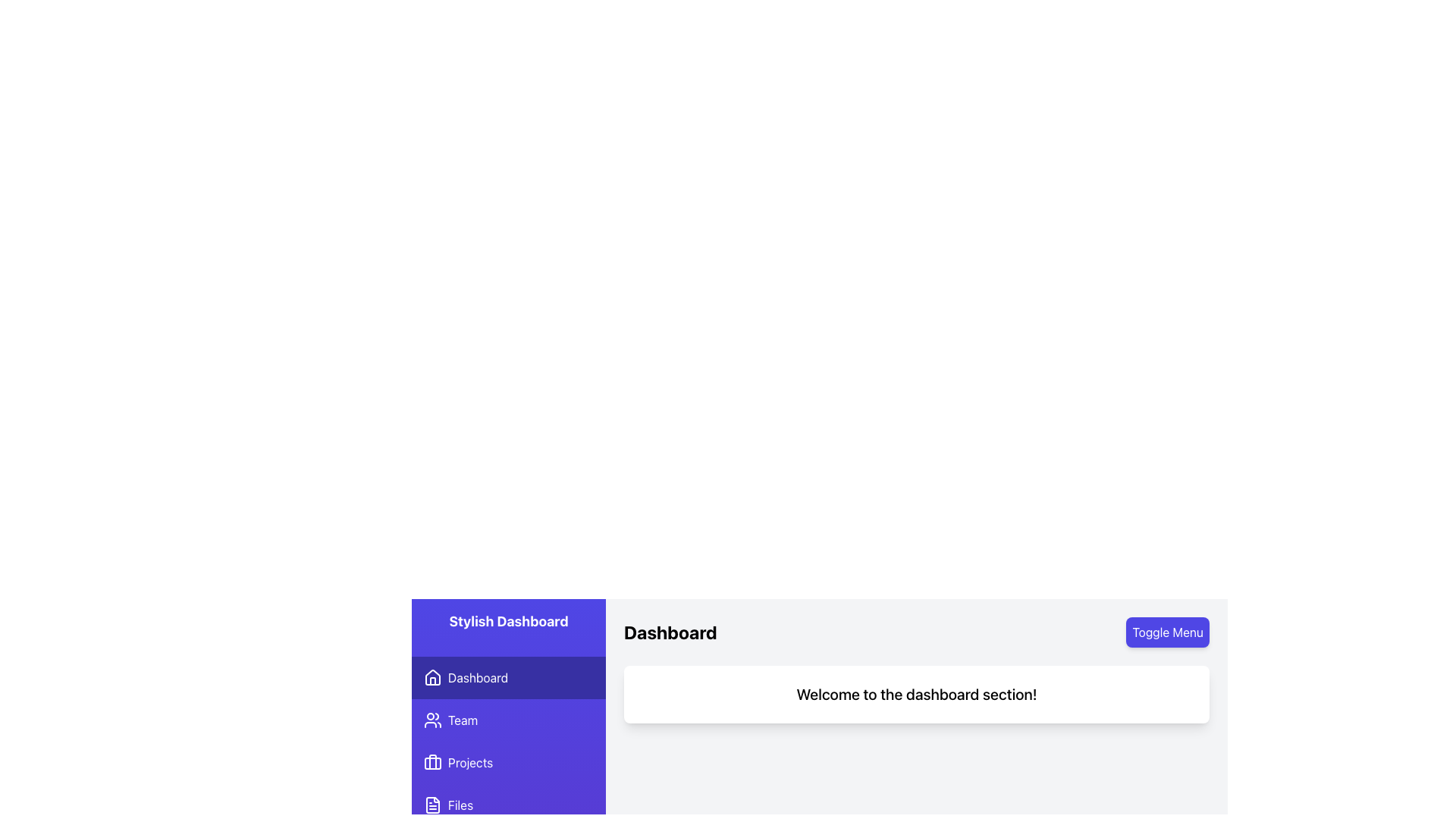  I want to click on the 'Dashboard' text label in the navigational sidebar, so click(477, 677).